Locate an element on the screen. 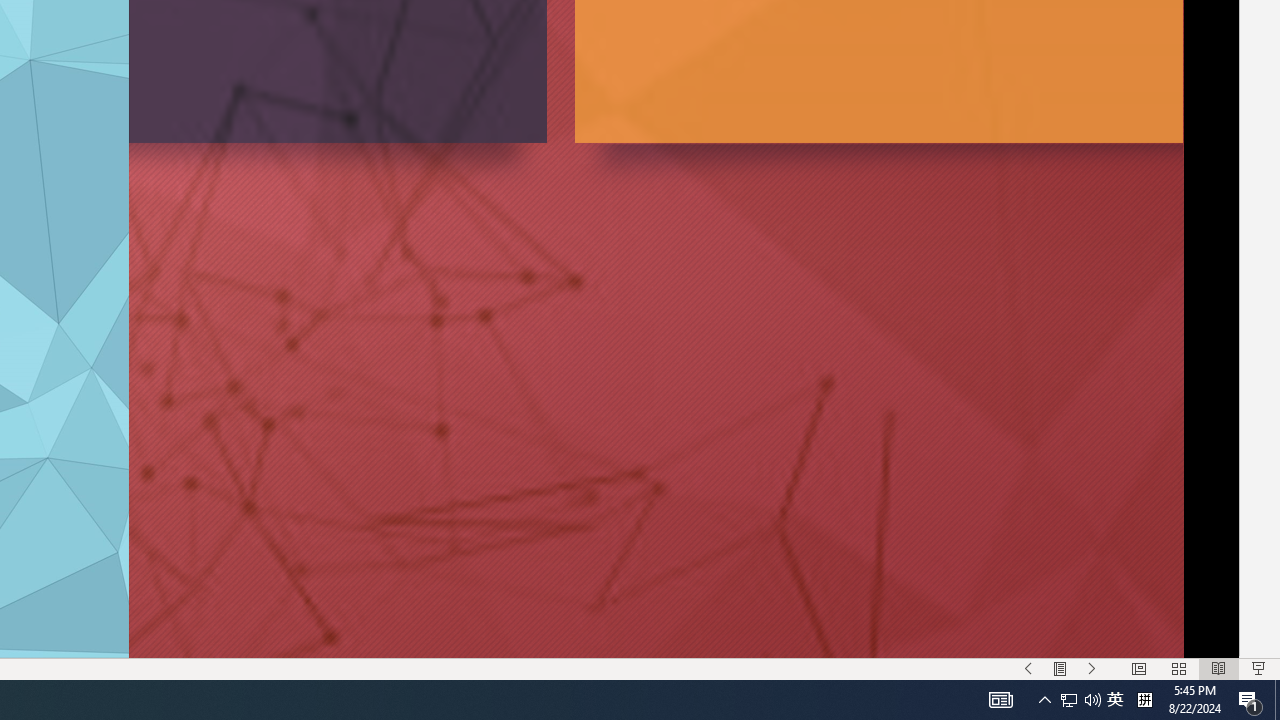 The height and width of the screenshot is (720, 1280). 'Slide Show Previous On' is located at coordinates (1028, 669).